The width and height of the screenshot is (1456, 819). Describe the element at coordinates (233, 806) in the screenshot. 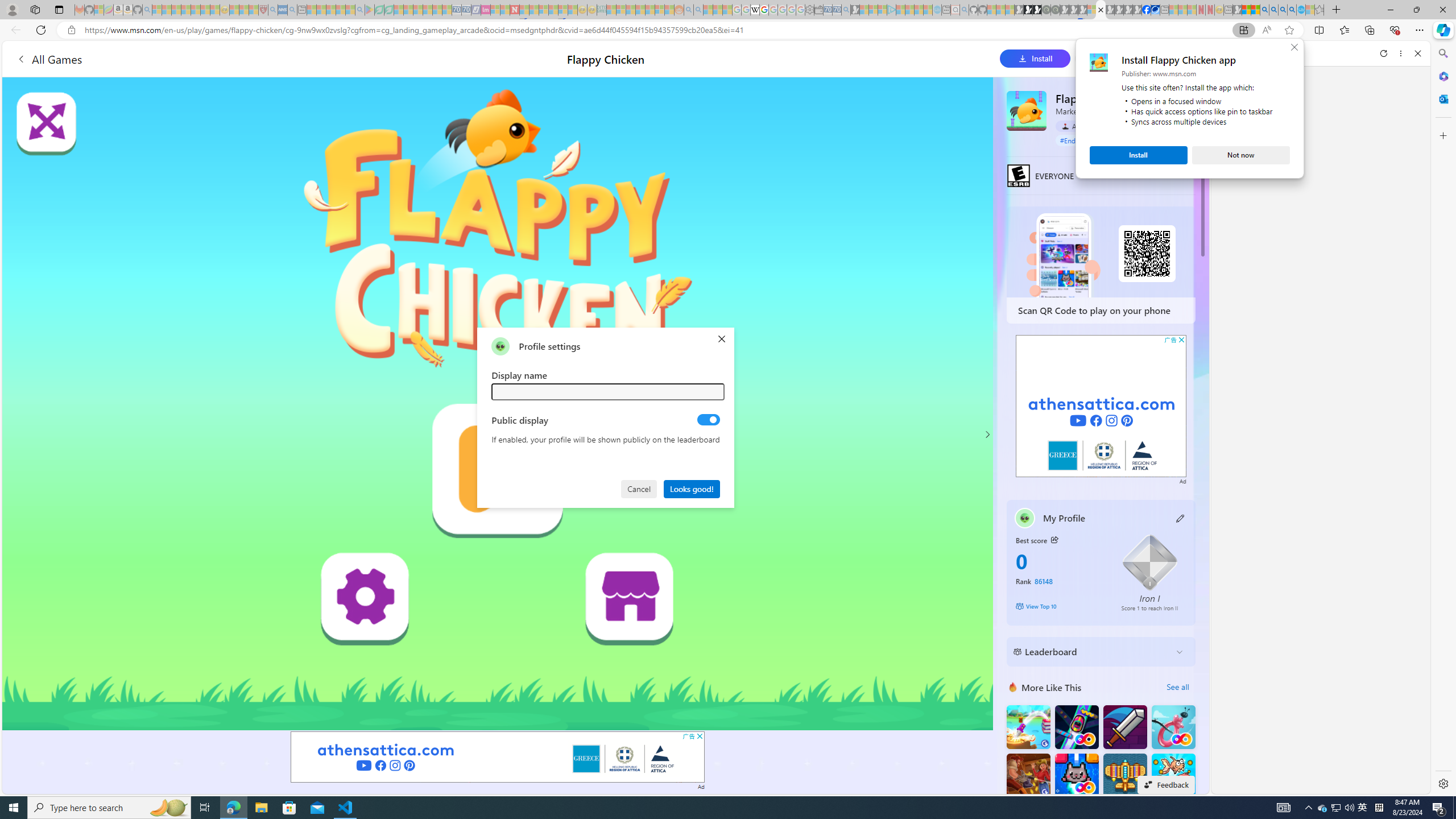

I see `'Microsoft Edge - 1 running window'` at that location.